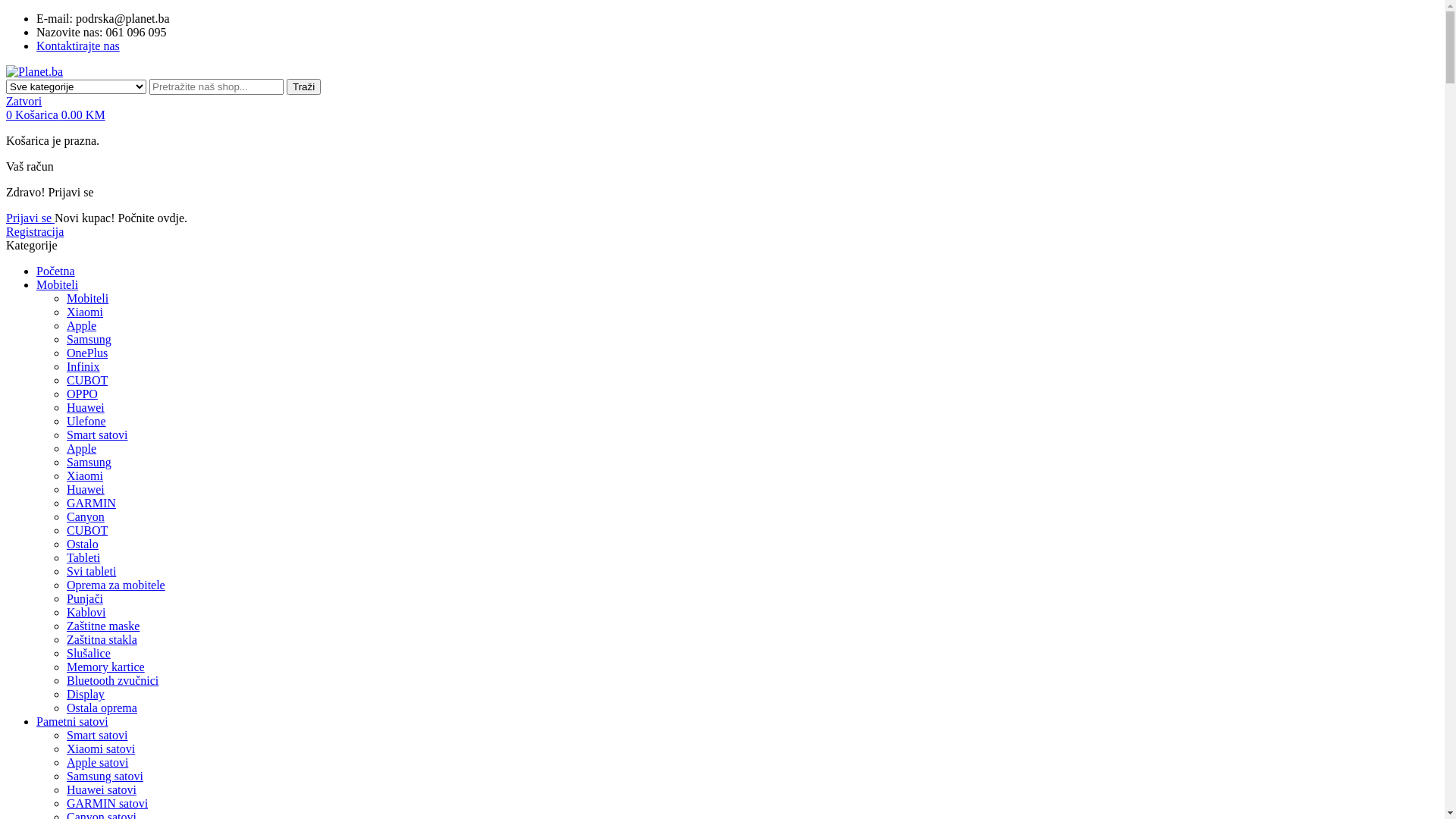  What do you see at coordinates (65, 406) in the screenshot?
I see `'Huawei'` at bounding box center [65, 406].